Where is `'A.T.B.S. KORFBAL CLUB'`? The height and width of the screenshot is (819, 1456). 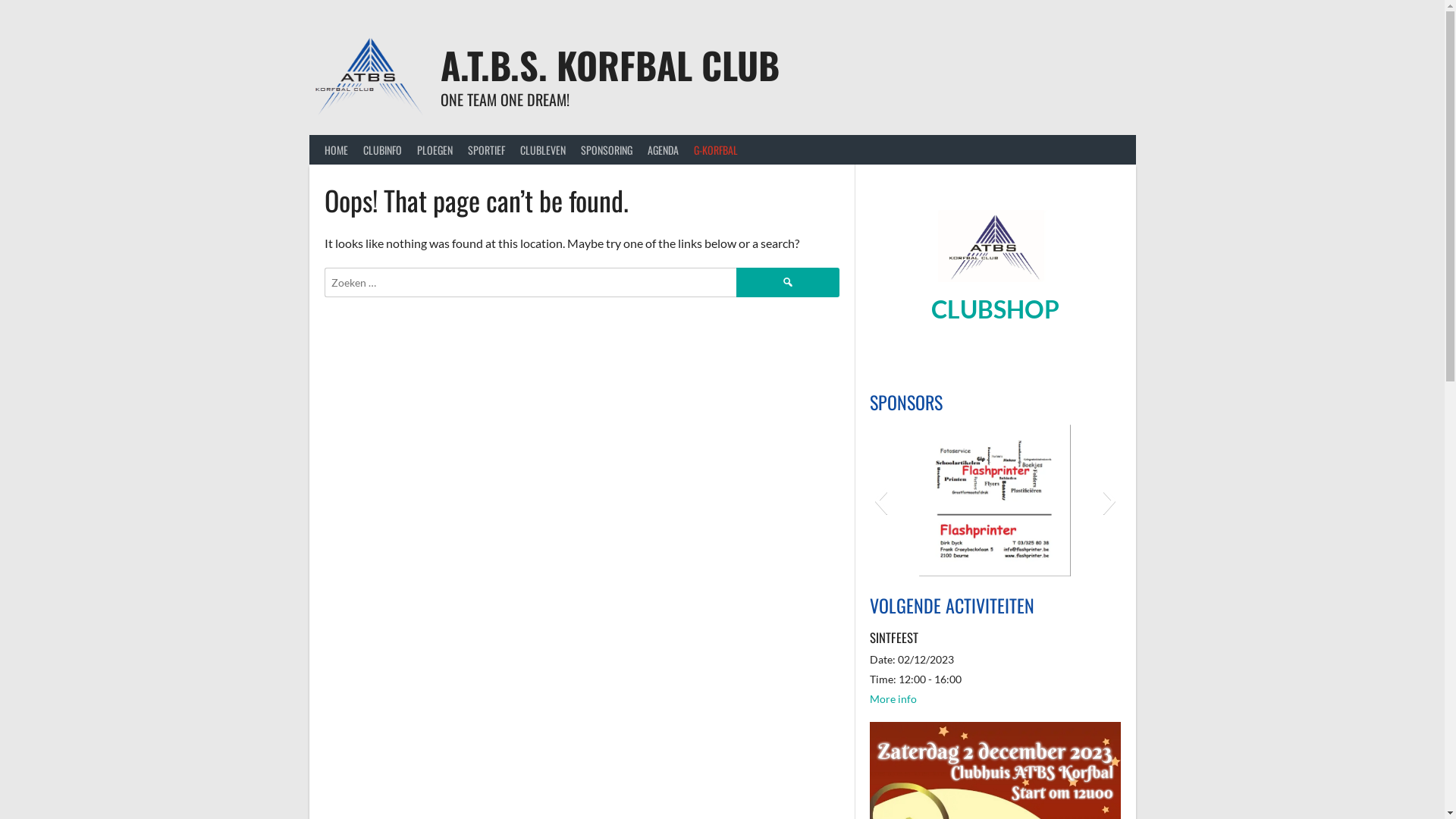
'A.T.B.S. KORFBAL CLUB' is located at coordinates (610, 64).